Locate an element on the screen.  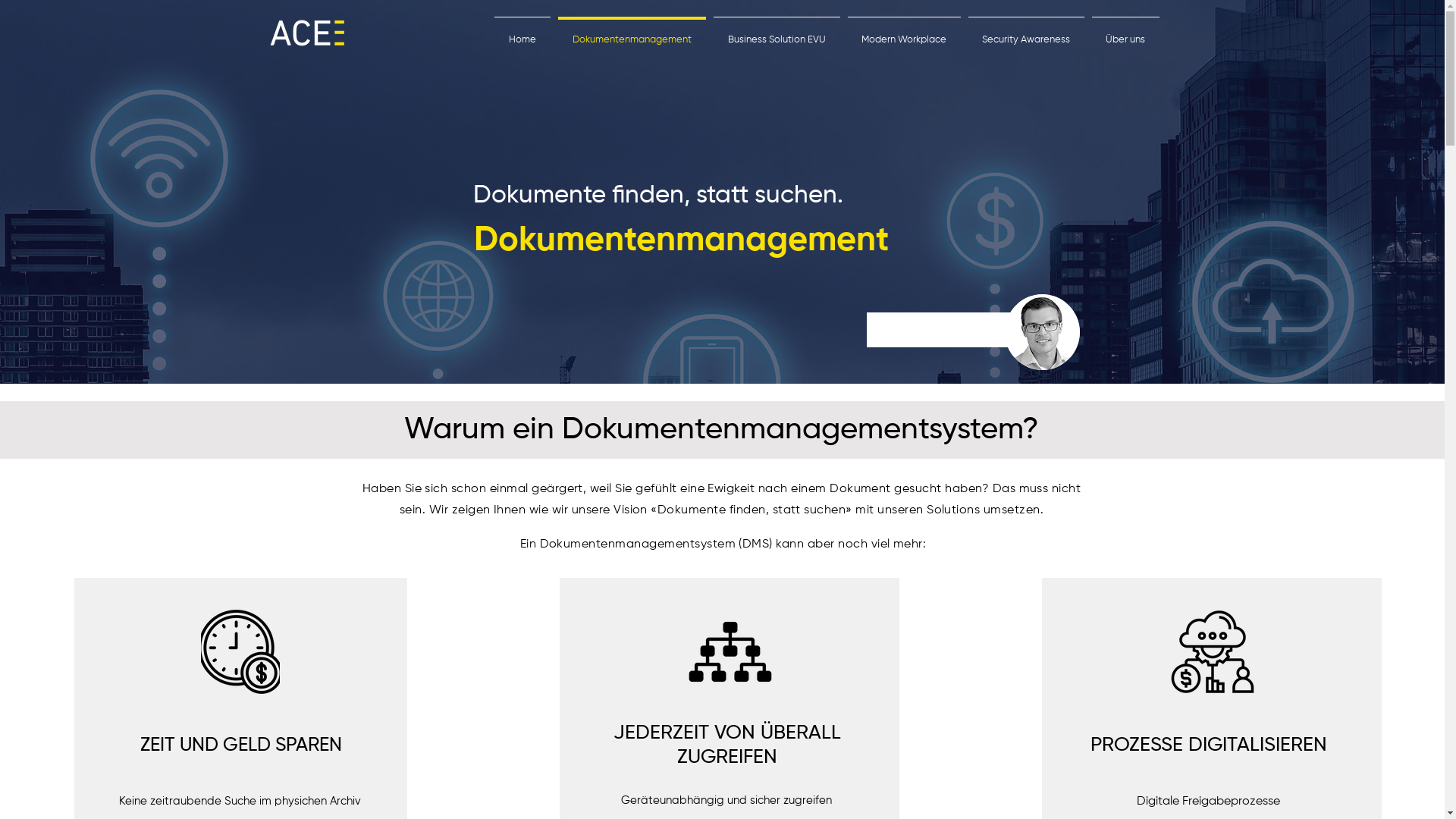
'Security Awareness' is located at coordinates (964, 33).